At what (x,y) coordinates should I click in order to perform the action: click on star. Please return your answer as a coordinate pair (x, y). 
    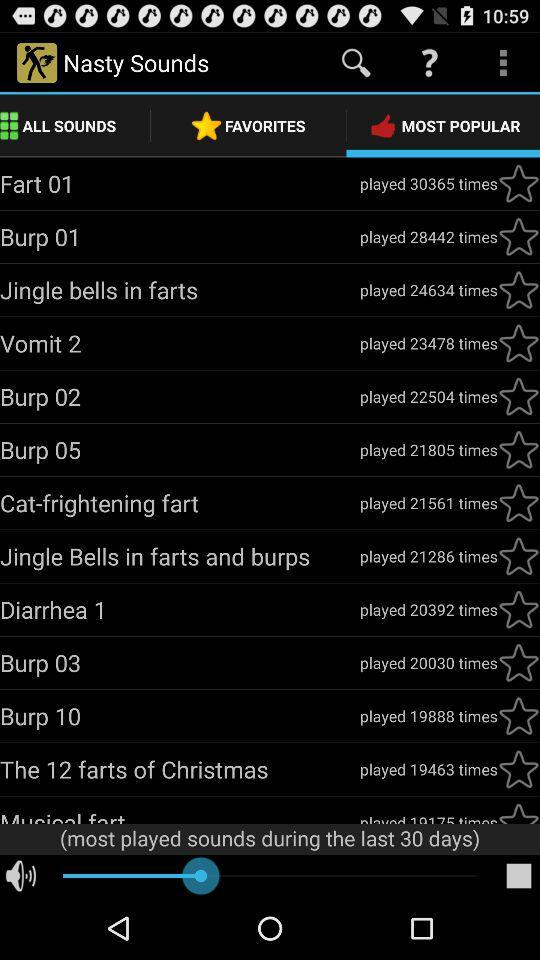
    Looking at the image, I should click on (518, 608).